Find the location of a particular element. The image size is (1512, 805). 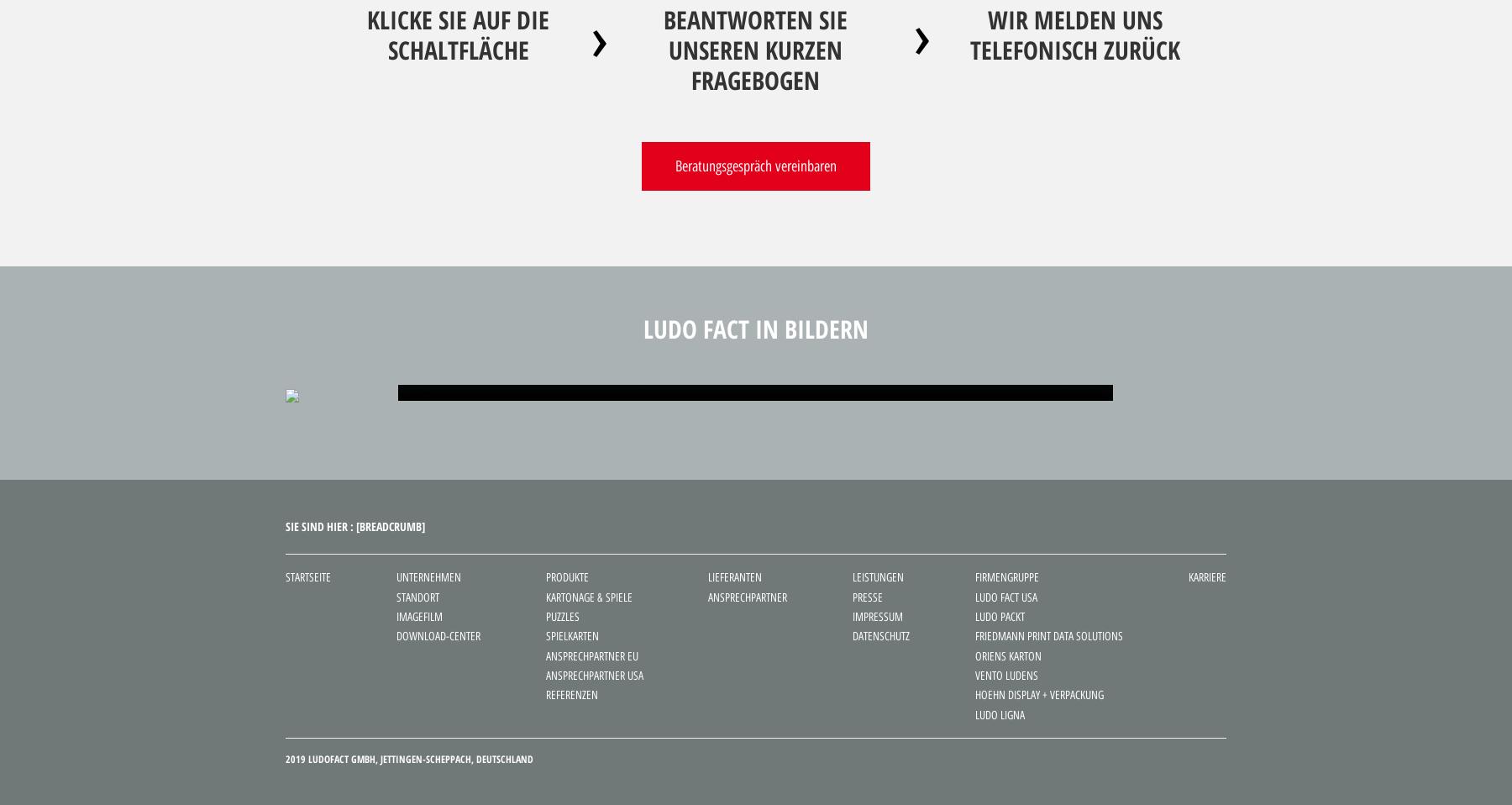

'Ansprechpartner' is located at coordinates (747, 596).